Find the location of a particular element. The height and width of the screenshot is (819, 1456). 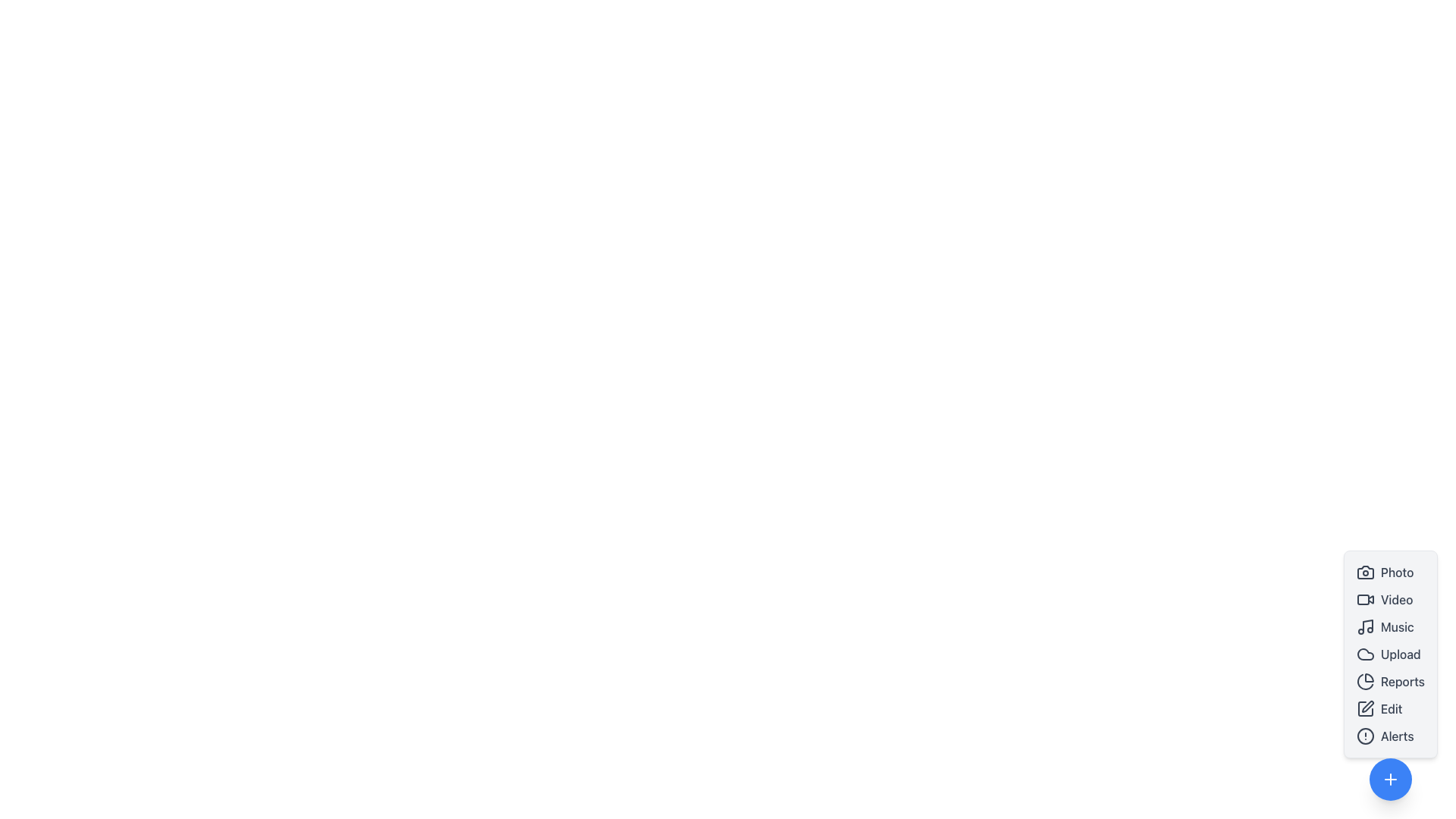

the 'Photo' icon located in the vertical menu, positioned to the left of the 'Photo' label and near the top-right side of the interface is located at coordinates (1365, 573).